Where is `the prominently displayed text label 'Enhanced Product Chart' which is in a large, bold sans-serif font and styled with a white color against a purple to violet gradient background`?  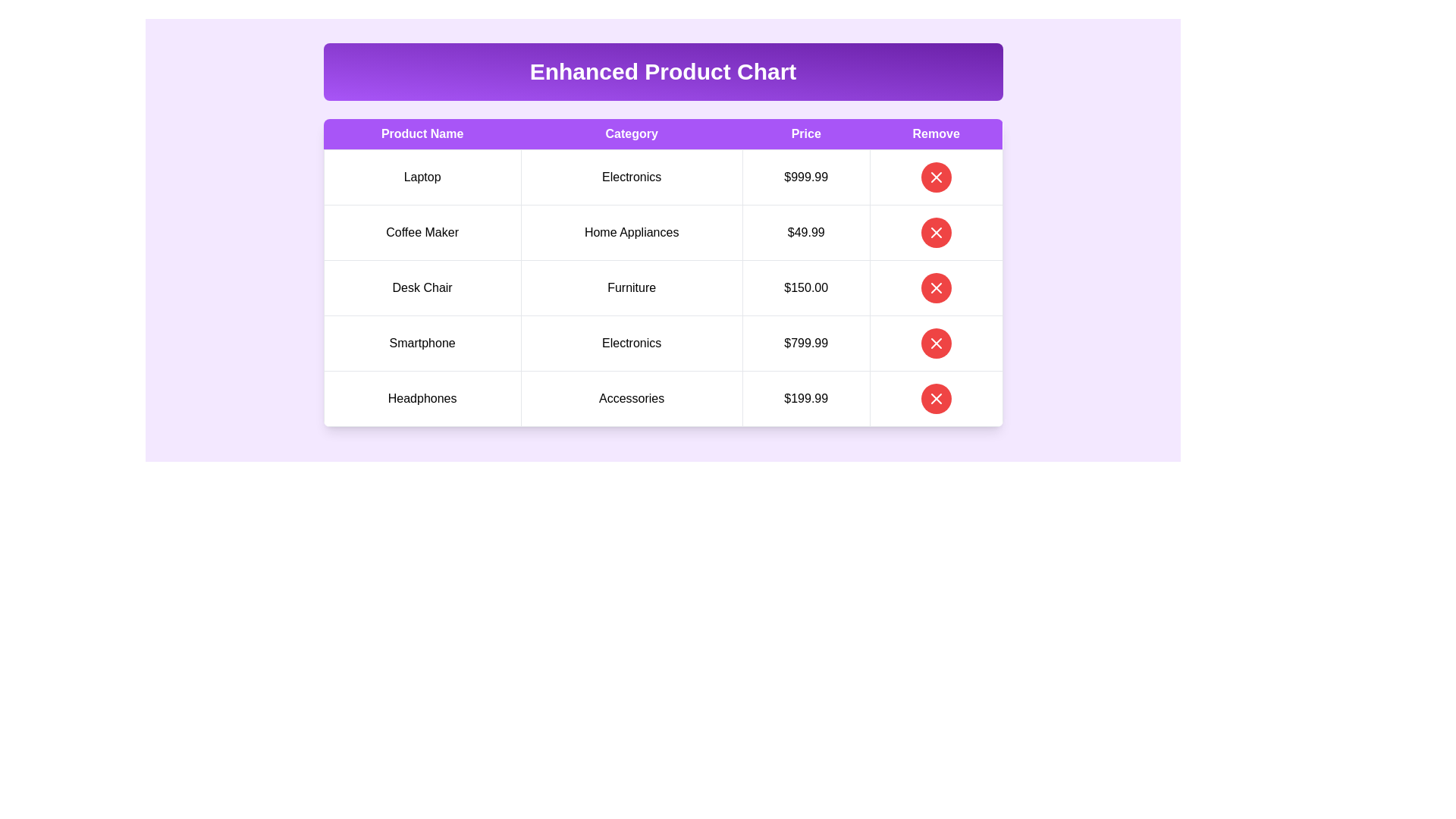 the prominently displayed text label 'Enhanced Product Chart' which is in a large, bold sans-serif font and styled with a white color against a purple to violet gradient background is located at coordinates (663, 72).